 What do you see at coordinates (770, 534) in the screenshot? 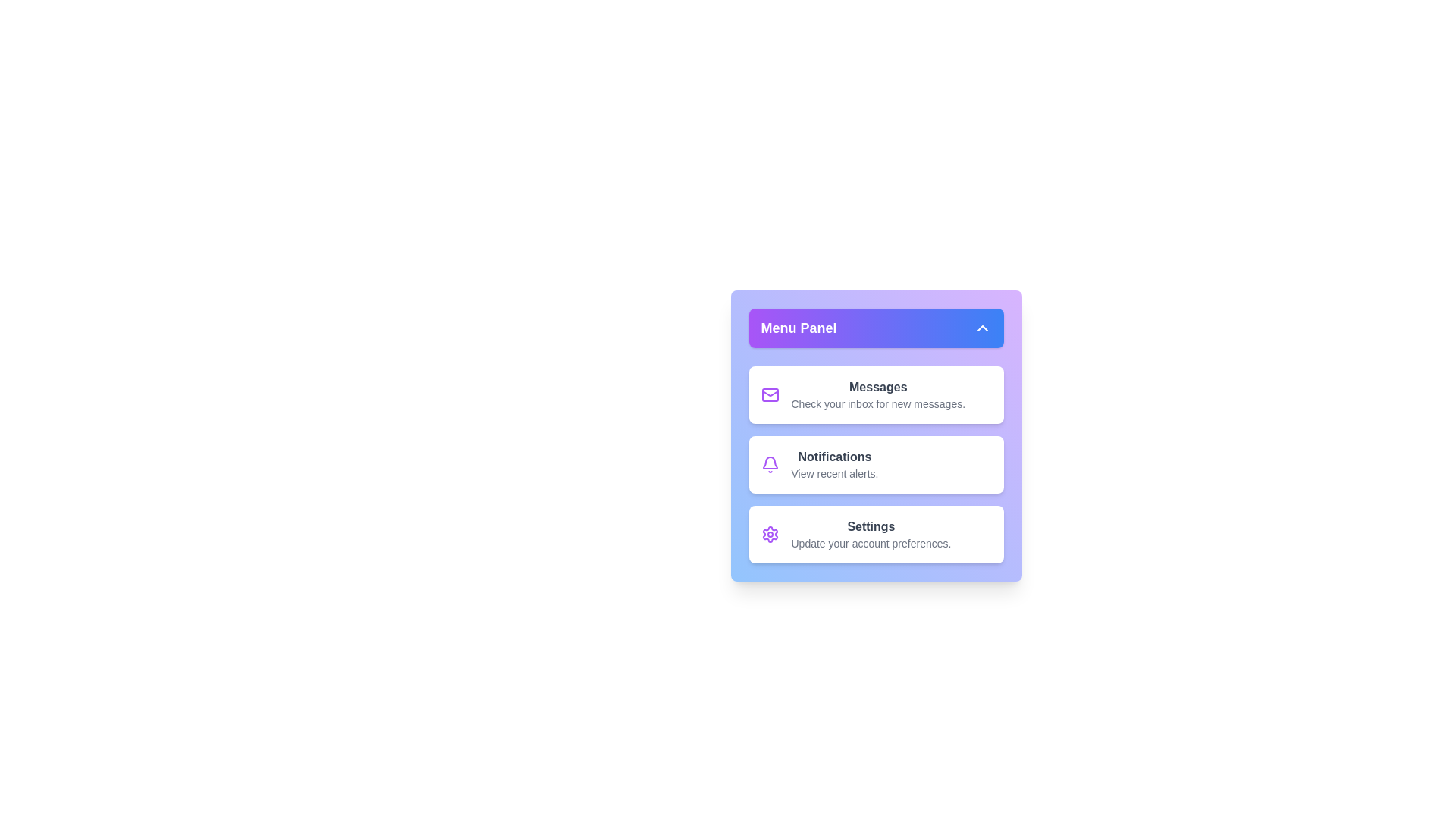
I see `the icon of the menu item labeled Settings` at bounding box center [770, 534].